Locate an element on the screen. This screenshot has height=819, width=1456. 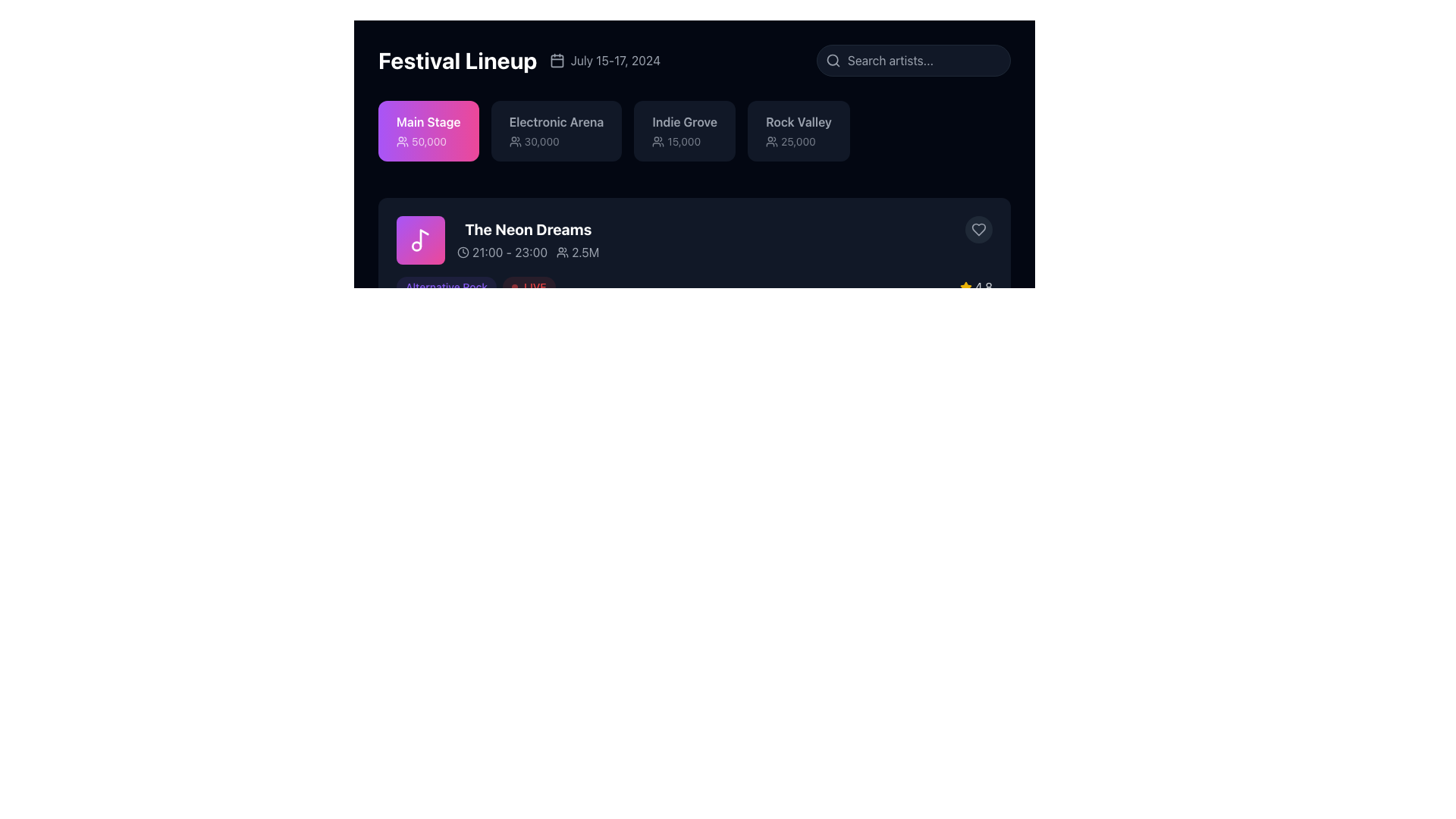
the numerical metric display, which is positioned in the center-right of the pink rectangular block labeled 'Main Stage' is located at coordinates (428, 141).